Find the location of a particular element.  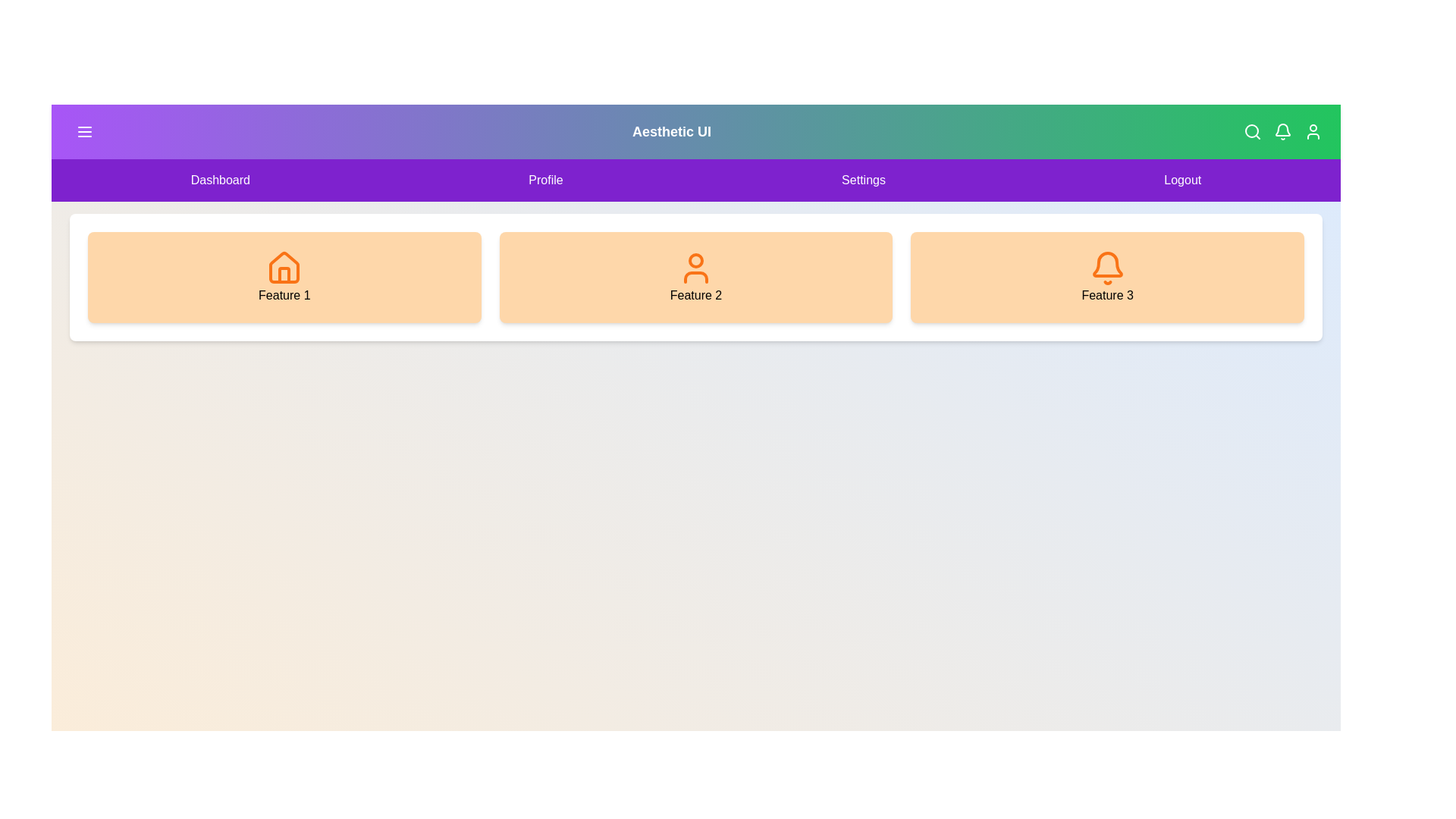

the navigation link to navigate to the Logout section is located at coordinates (1181, 180).